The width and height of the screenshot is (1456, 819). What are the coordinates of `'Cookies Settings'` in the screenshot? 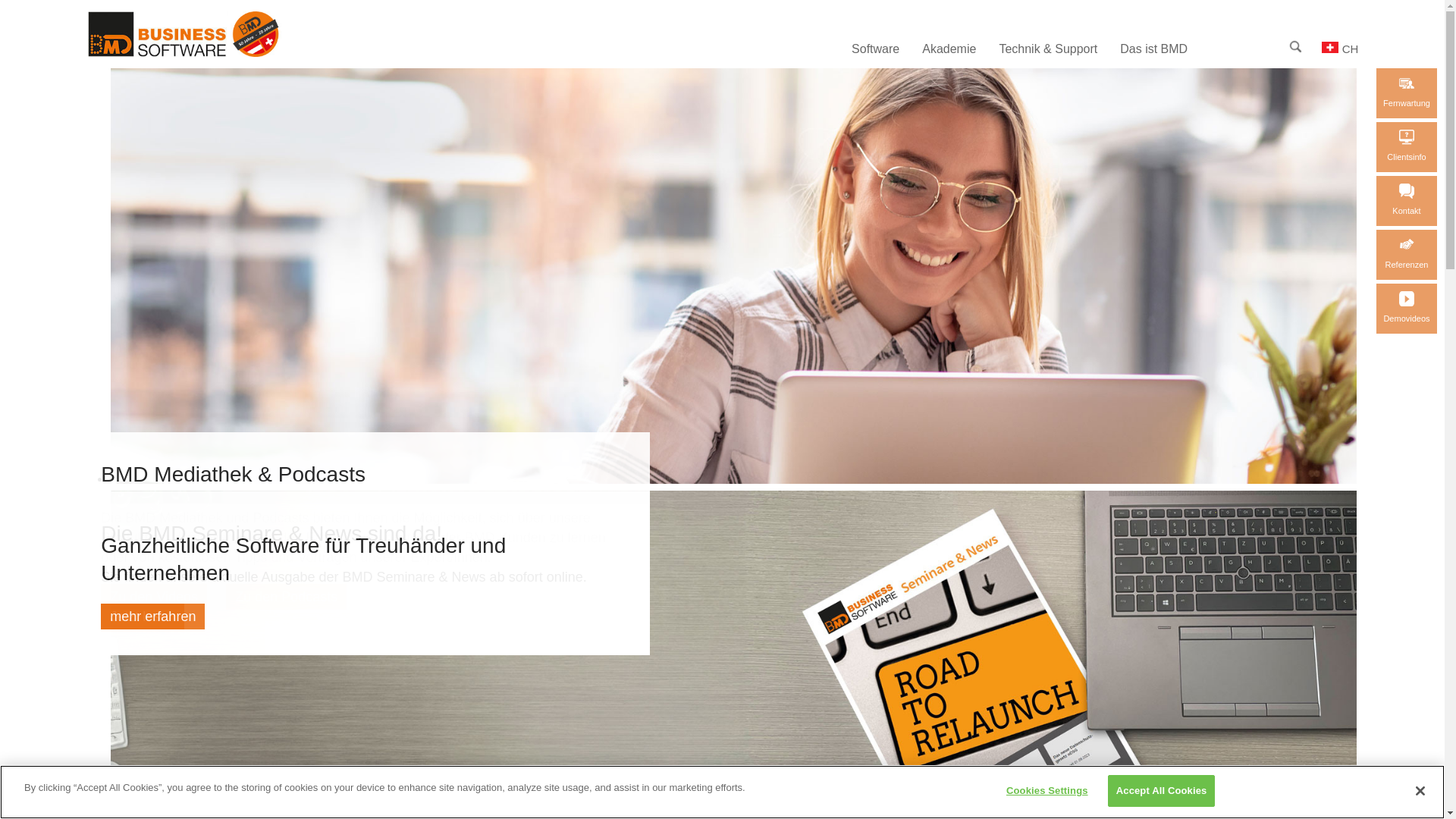 It's located at (1046, 789).